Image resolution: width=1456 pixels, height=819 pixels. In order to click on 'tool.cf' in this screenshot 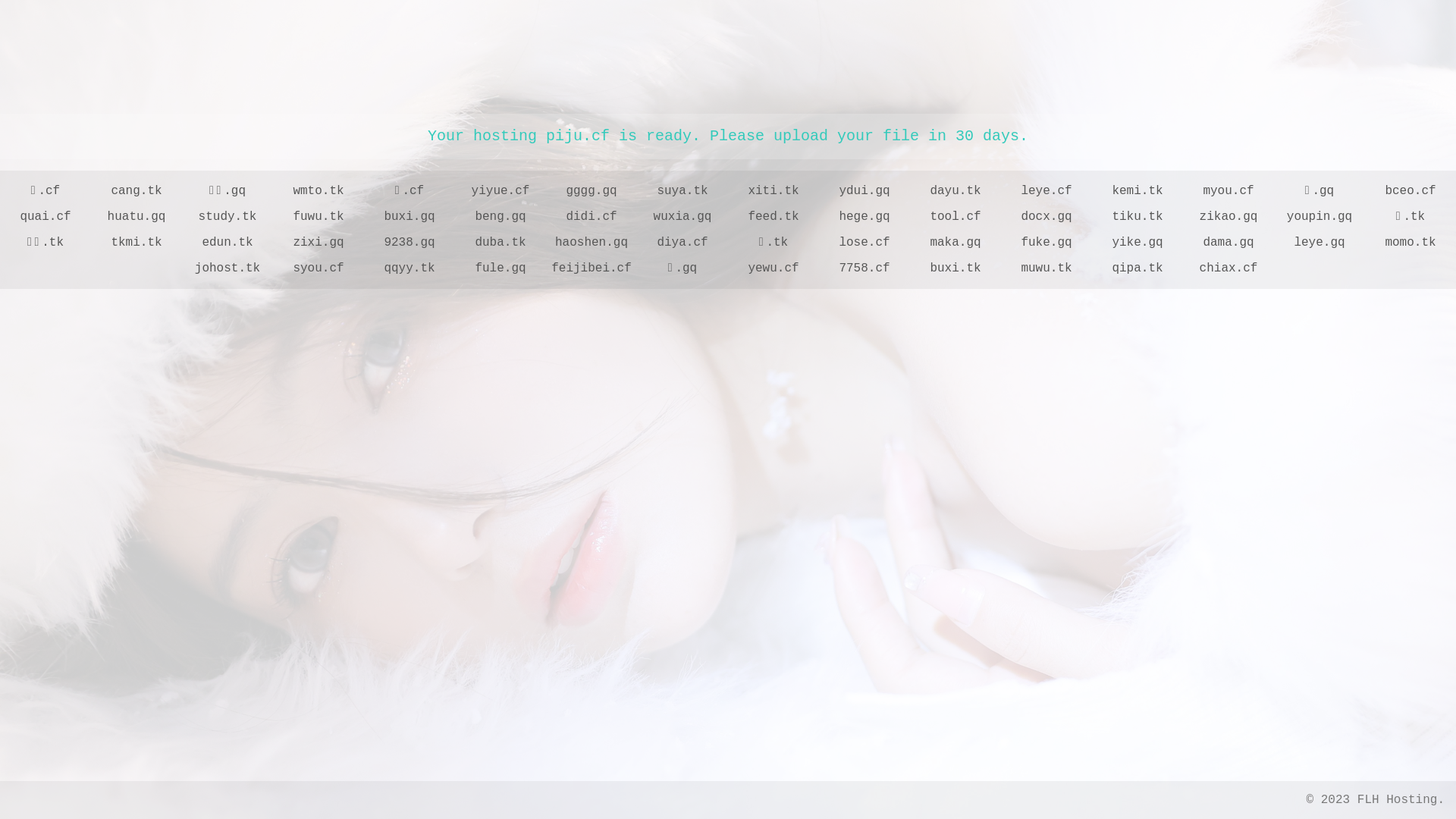, I will do `click(954, 216)`.